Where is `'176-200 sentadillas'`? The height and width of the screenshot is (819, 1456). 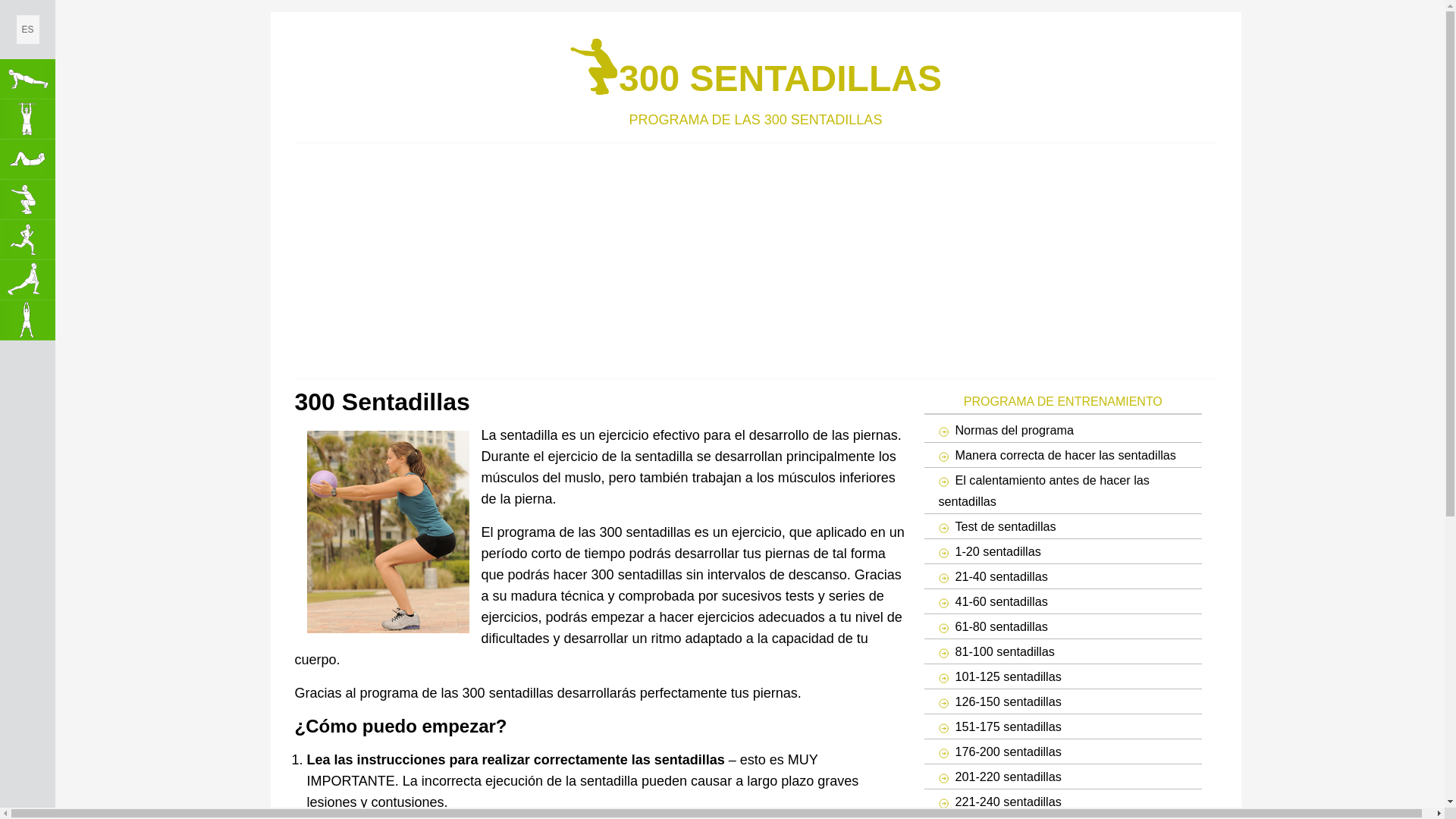 '176-200 sentadillas' is located at coordinates (1062, 752).